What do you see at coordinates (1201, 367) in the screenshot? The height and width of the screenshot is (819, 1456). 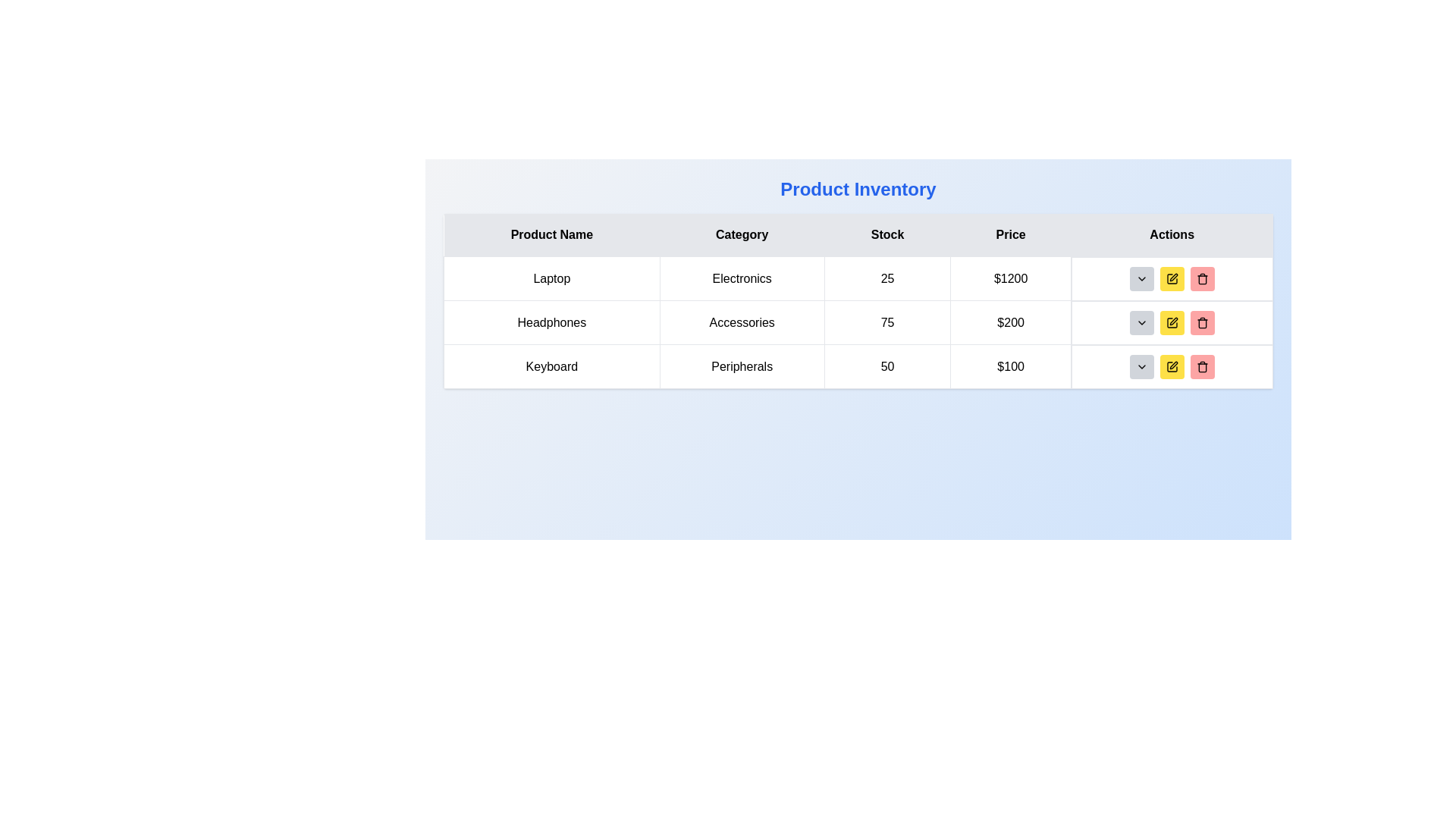 I see `the trash can icon in the 'Actions' column` at bounding box center [1201, 367].